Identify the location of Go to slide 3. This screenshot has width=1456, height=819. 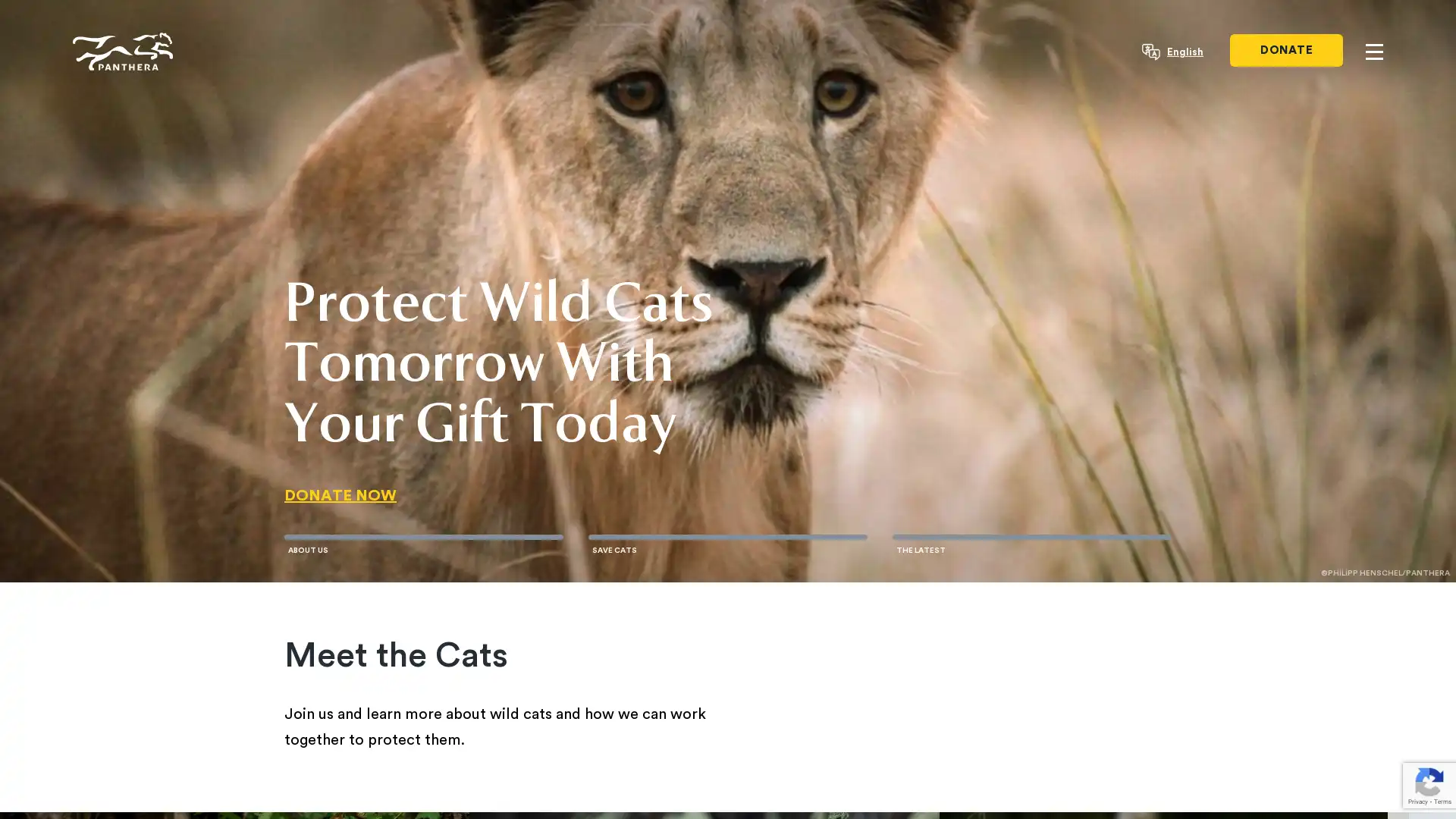
(1031, 536).